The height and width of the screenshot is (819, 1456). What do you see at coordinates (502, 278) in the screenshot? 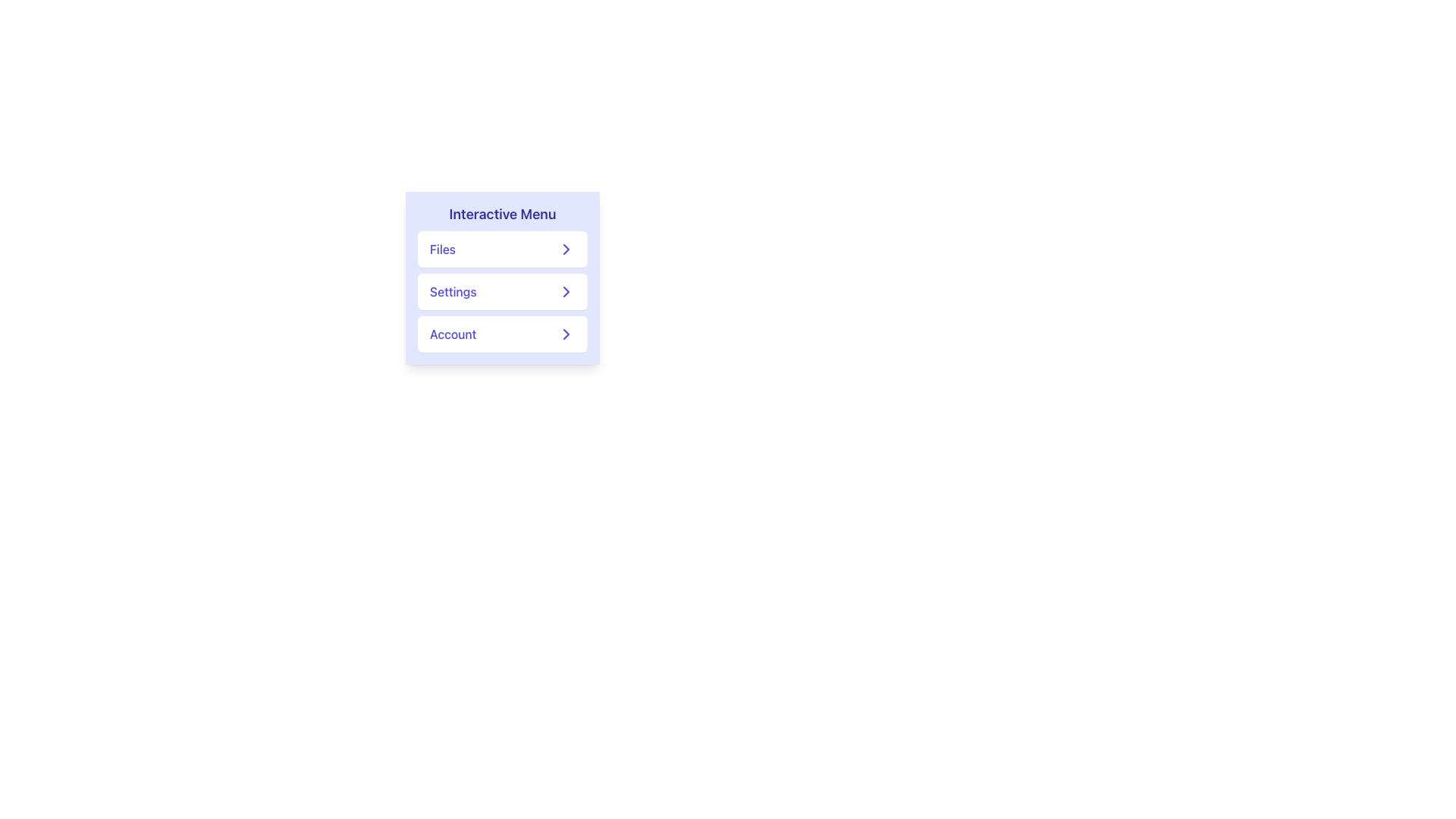
I see `the middle option of the 'Interactive Menu', which is styled with a light blue background and has a bold blue font` at bounding box center [502, 278].